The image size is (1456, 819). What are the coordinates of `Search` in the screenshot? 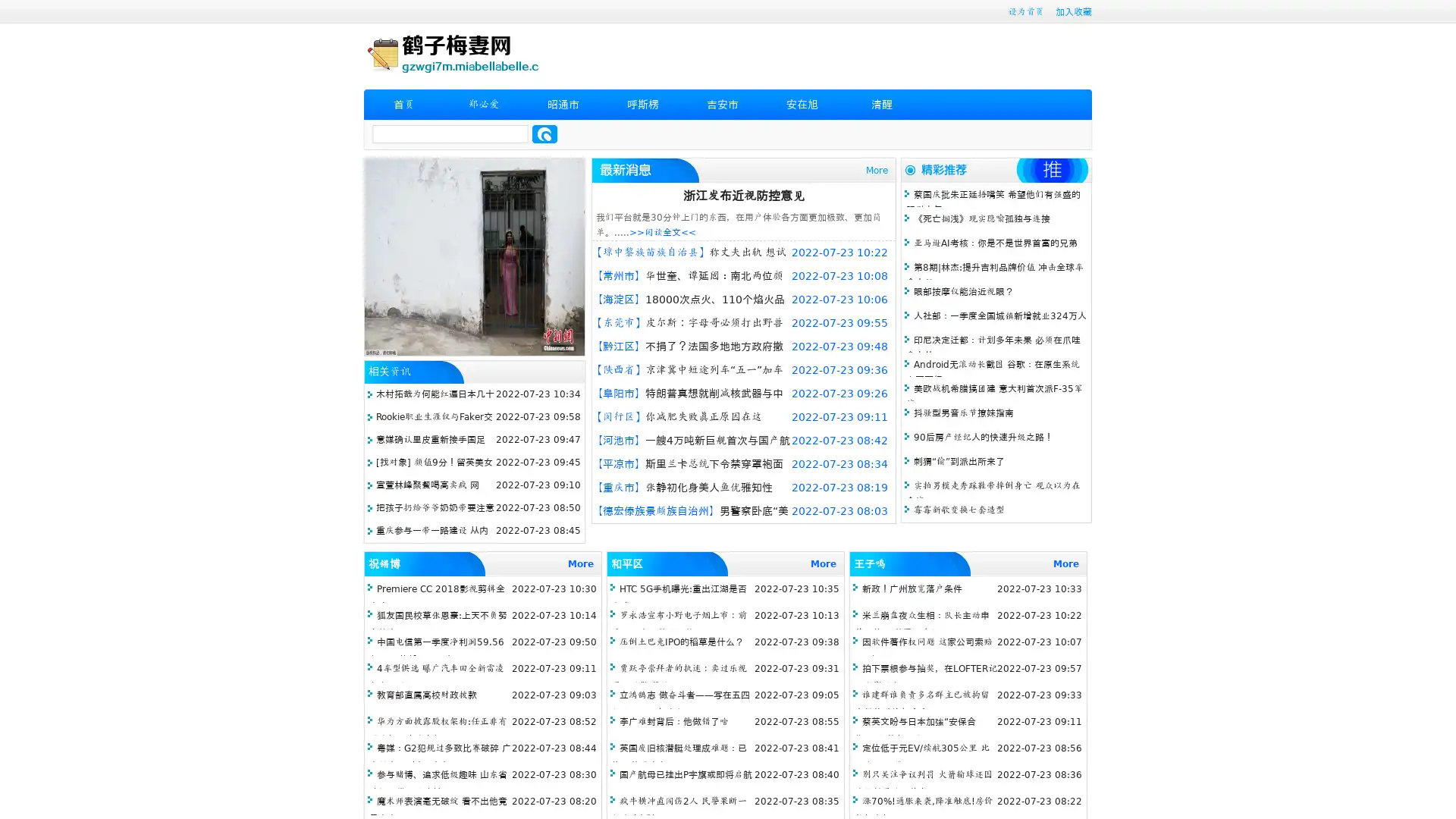 It's located at (544, 133).